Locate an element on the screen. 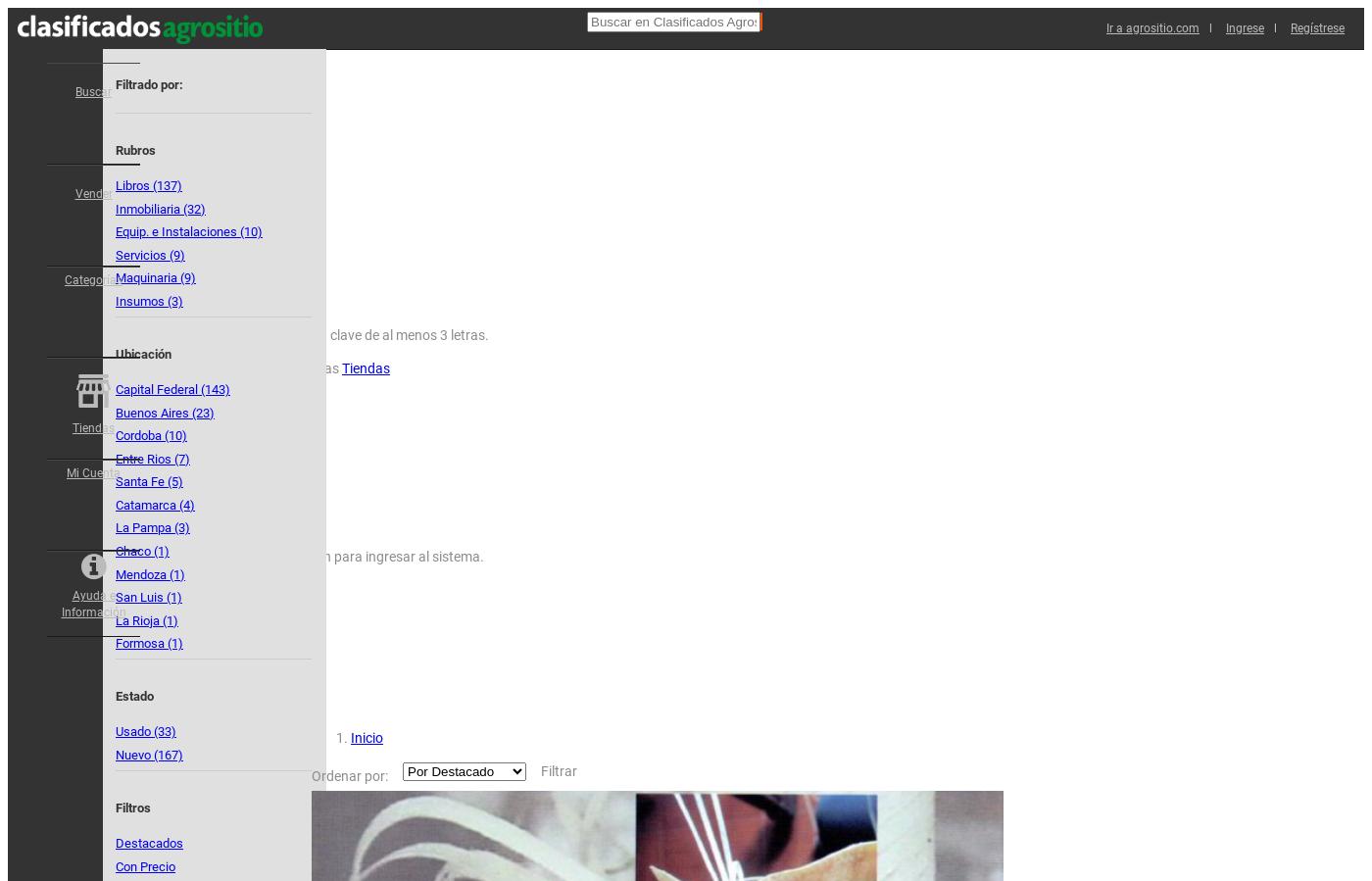 The width and height of the screenshot is (1372, 881). 'Aún no esta Registrado?' is located at coordinates (238, 219).